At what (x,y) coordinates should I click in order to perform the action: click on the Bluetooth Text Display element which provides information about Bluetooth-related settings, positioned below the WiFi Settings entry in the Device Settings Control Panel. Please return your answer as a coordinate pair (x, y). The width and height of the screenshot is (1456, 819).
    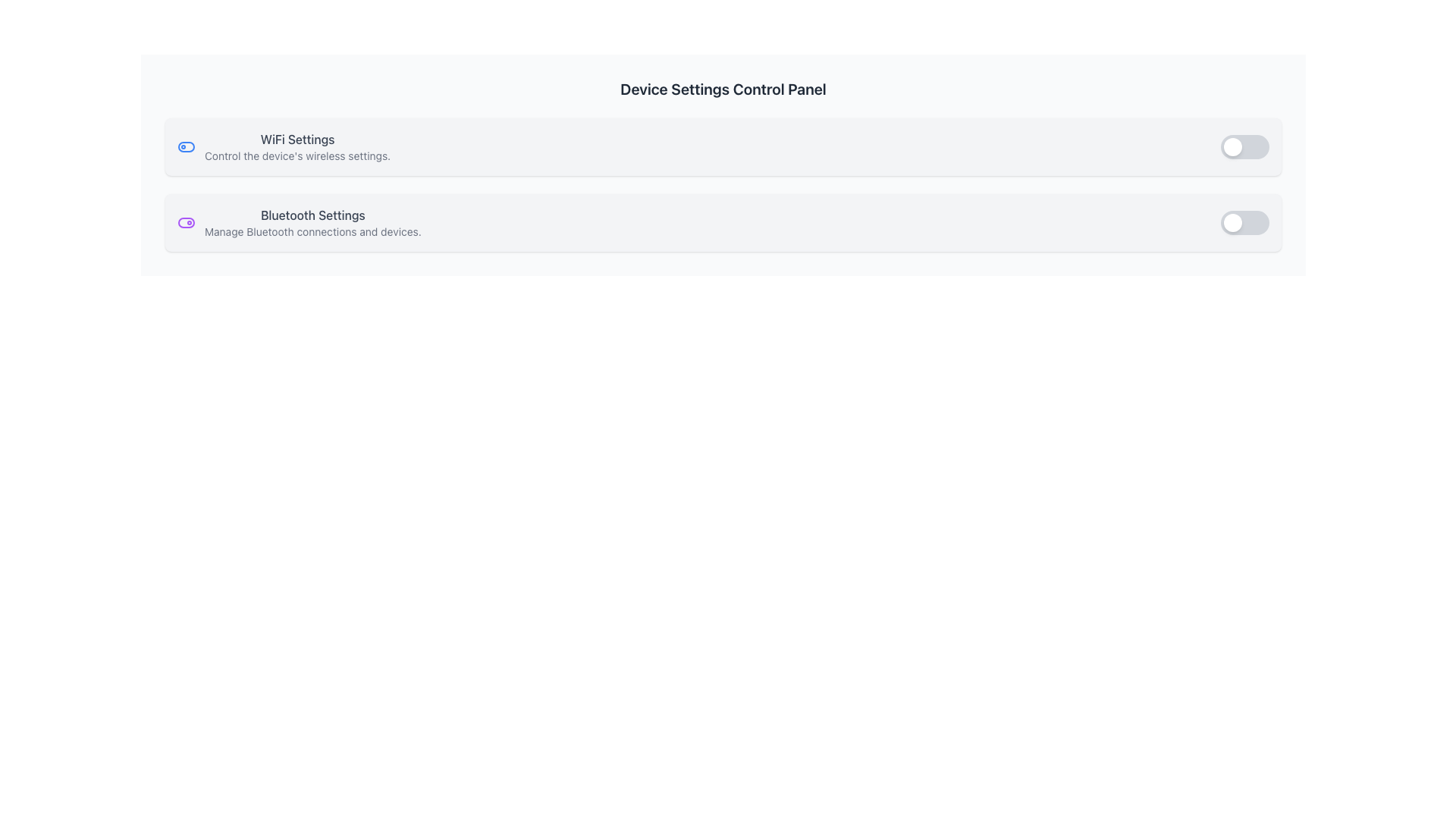
    Looking at the image, I should click on (312, 222).